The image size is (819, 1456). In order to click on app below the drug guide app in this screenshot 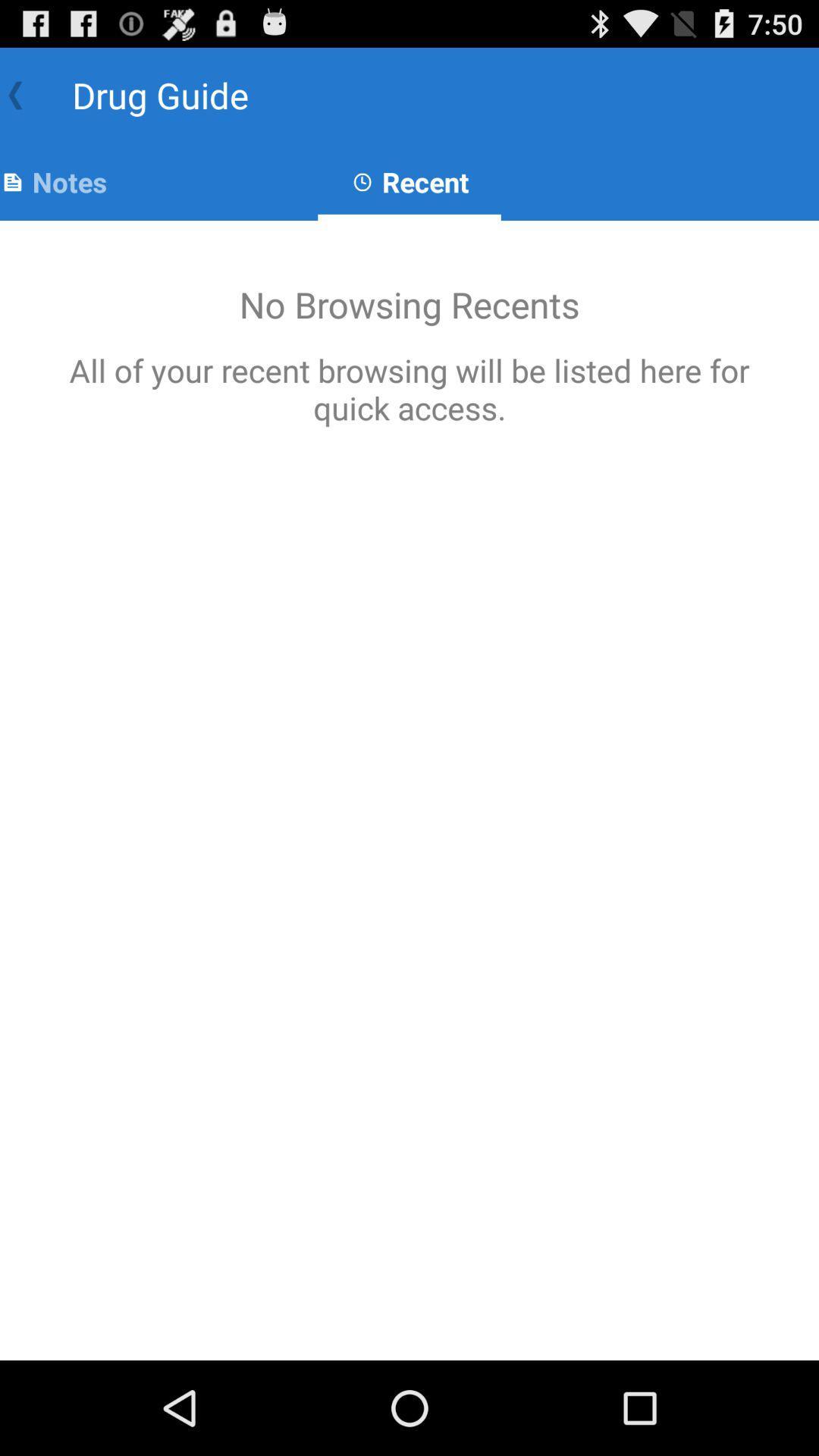, I will do `click(52, 182)`.